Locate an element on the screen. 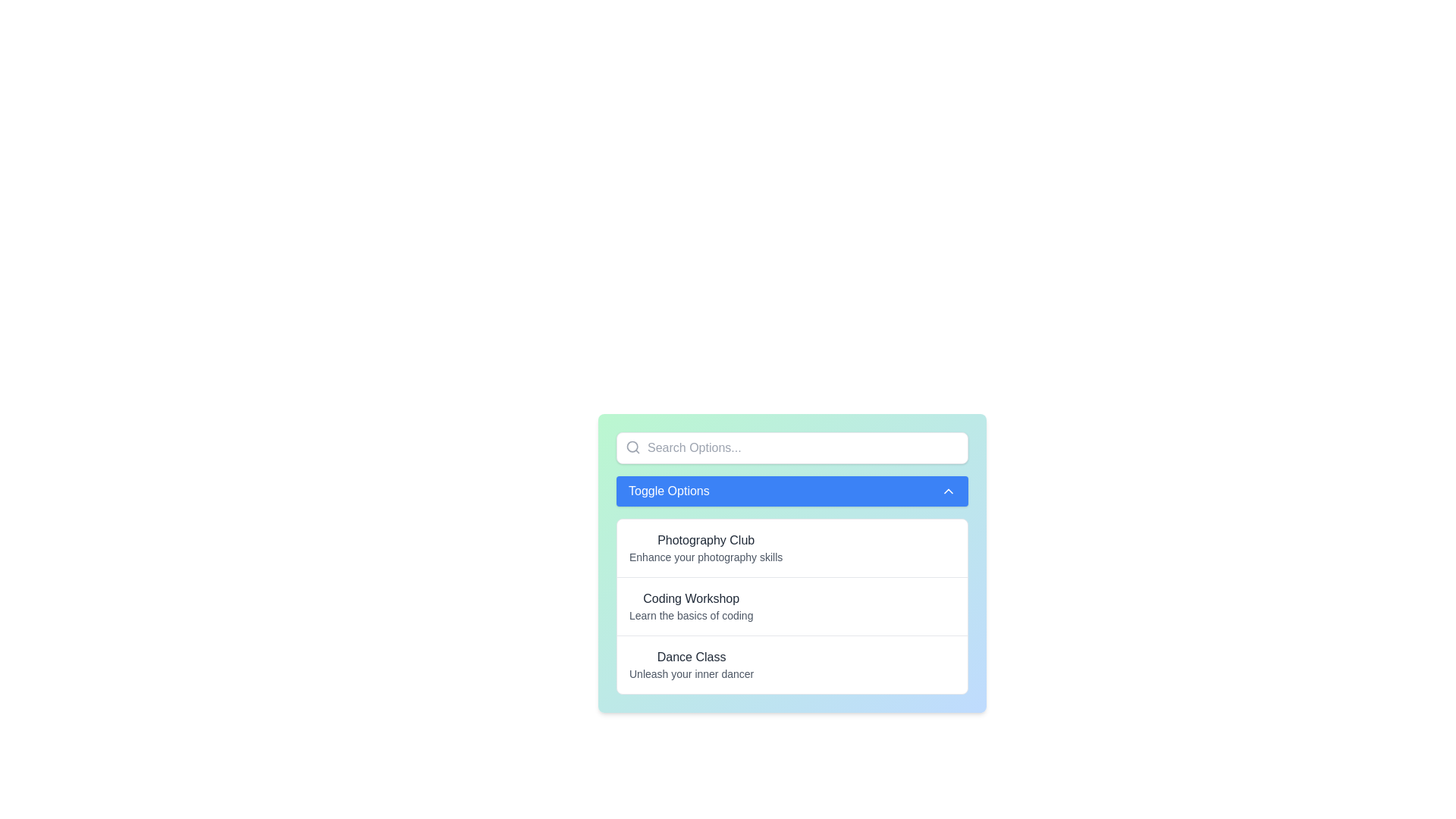 The height and width of the screenshot is (819, 1456). textual label 'Photography Club' located within the dropdown interface, positioned above 'Enhance your photography skills' and below 'Toggle Options' is located at coordinates (705, 540).